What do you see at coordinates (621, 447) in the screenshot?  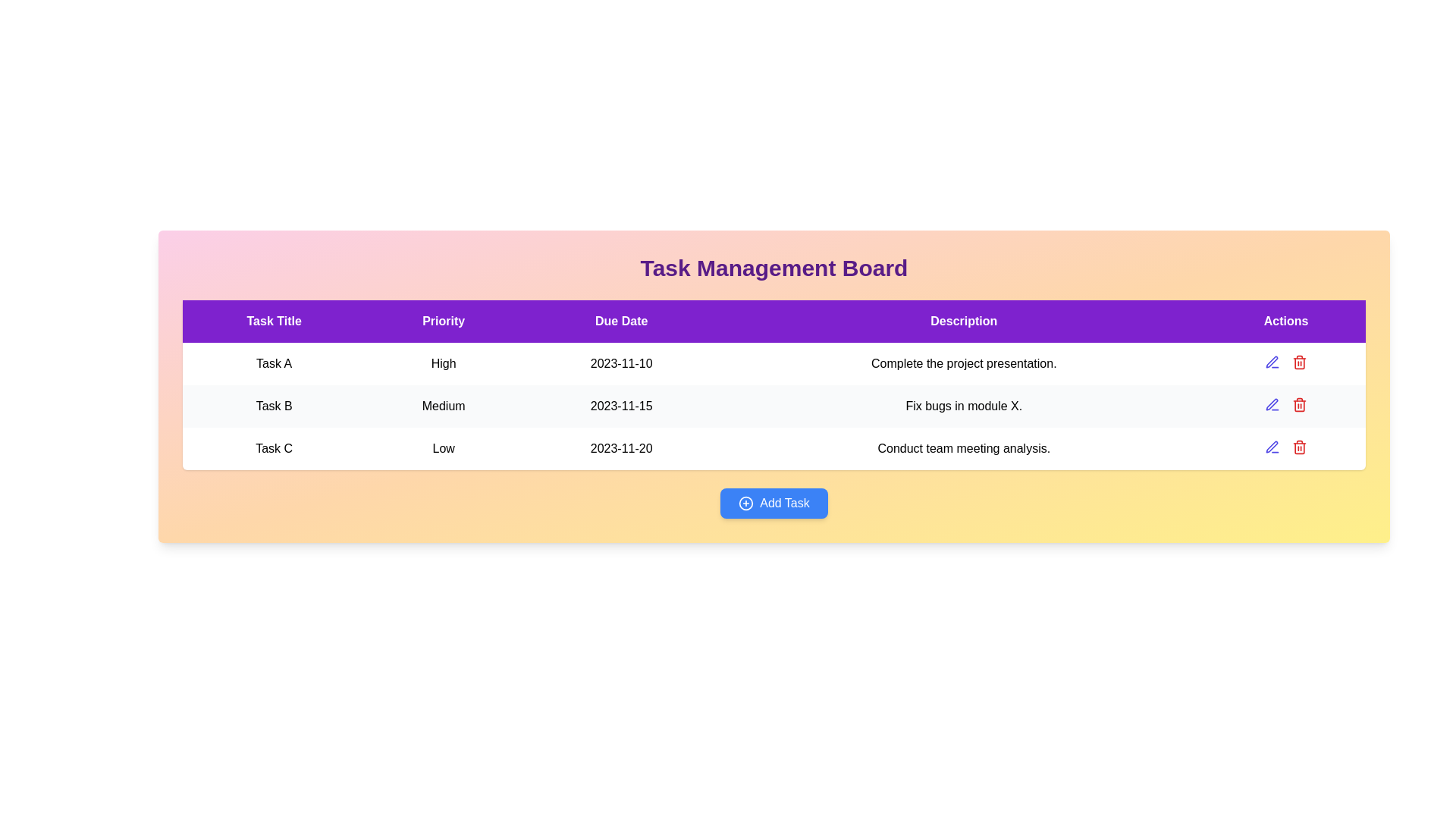 I see `the content of the text label displaying the date '2023-11-20' in the 'Due Date' column of the task titled 'Task C'` at bounding box center [621, 447].